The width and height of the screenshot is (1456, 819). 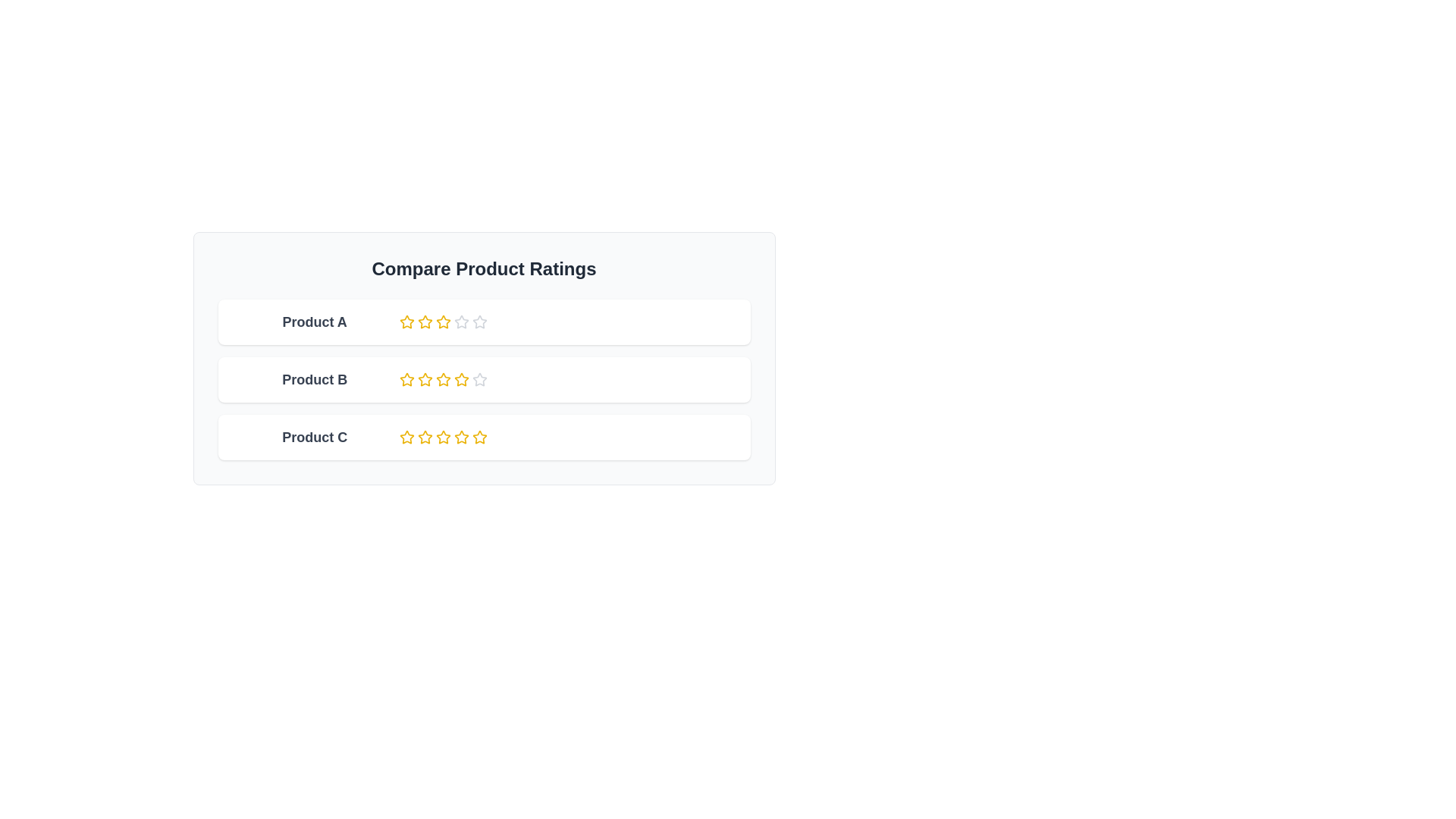 What do you see at coordinates (425, 437) in the screenshot?
I see `the fourth yellow star icon in the rating row of 'Product C' to rate it` at bounding box center [425, 437].